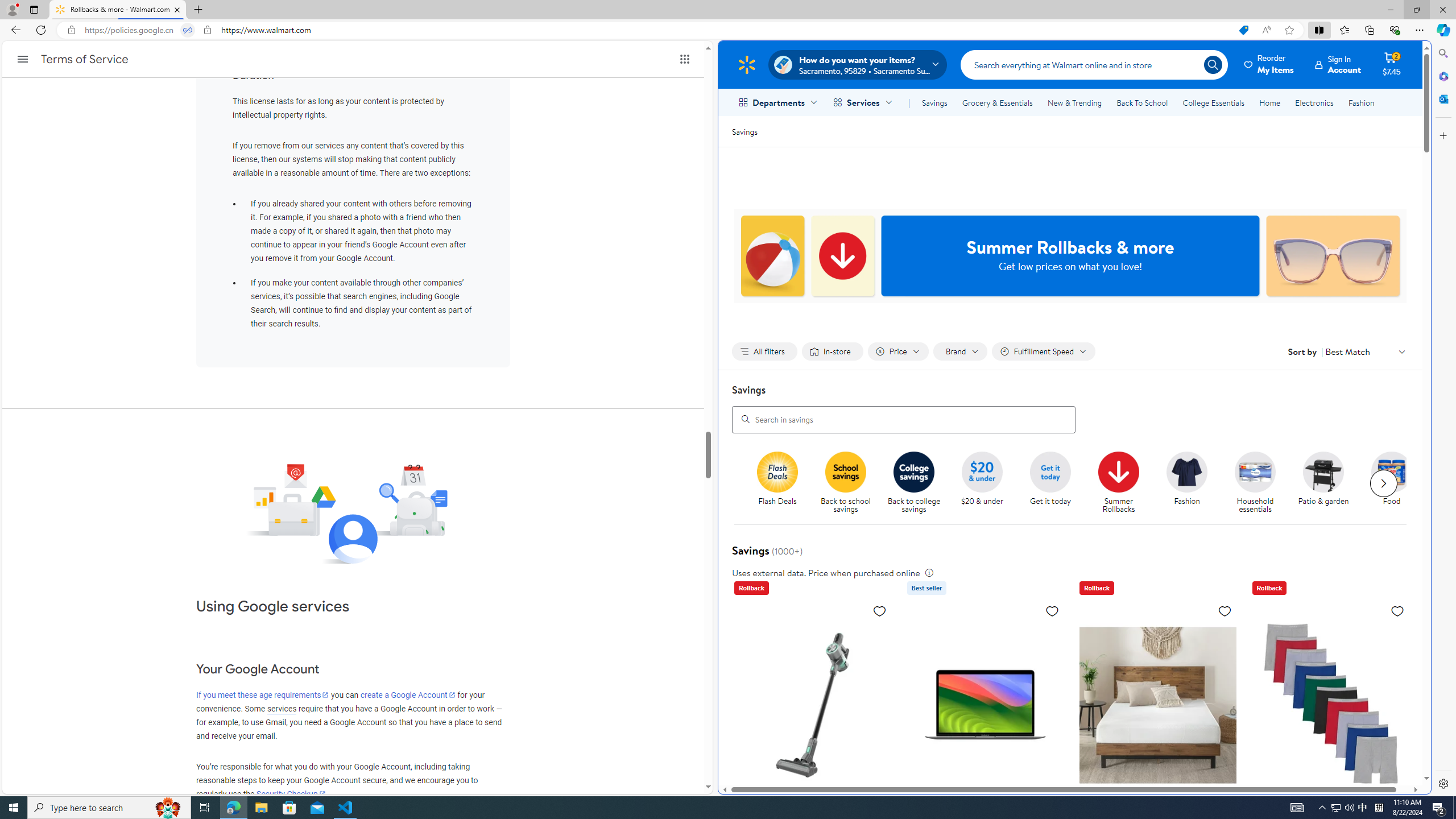 Image resolution: width=1456 pixels, height=819 pixels. Describe the element at coordinates (14, 29) in the screenshot. I see `'Back'` at that location.